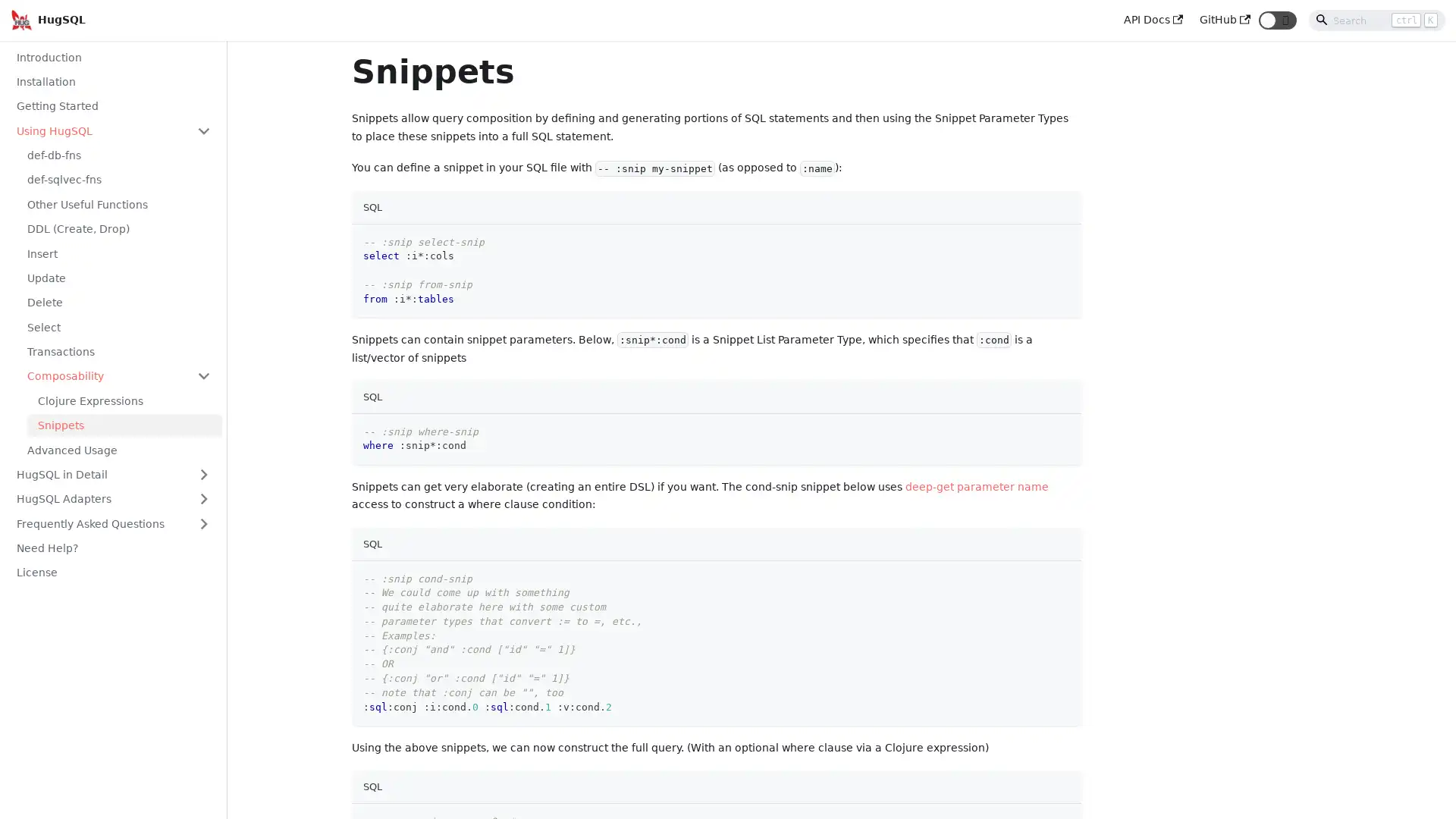 The width and height of the screenshot is (1456, 819). I want to click on Copy code to clipboard, so click(1056, 576).